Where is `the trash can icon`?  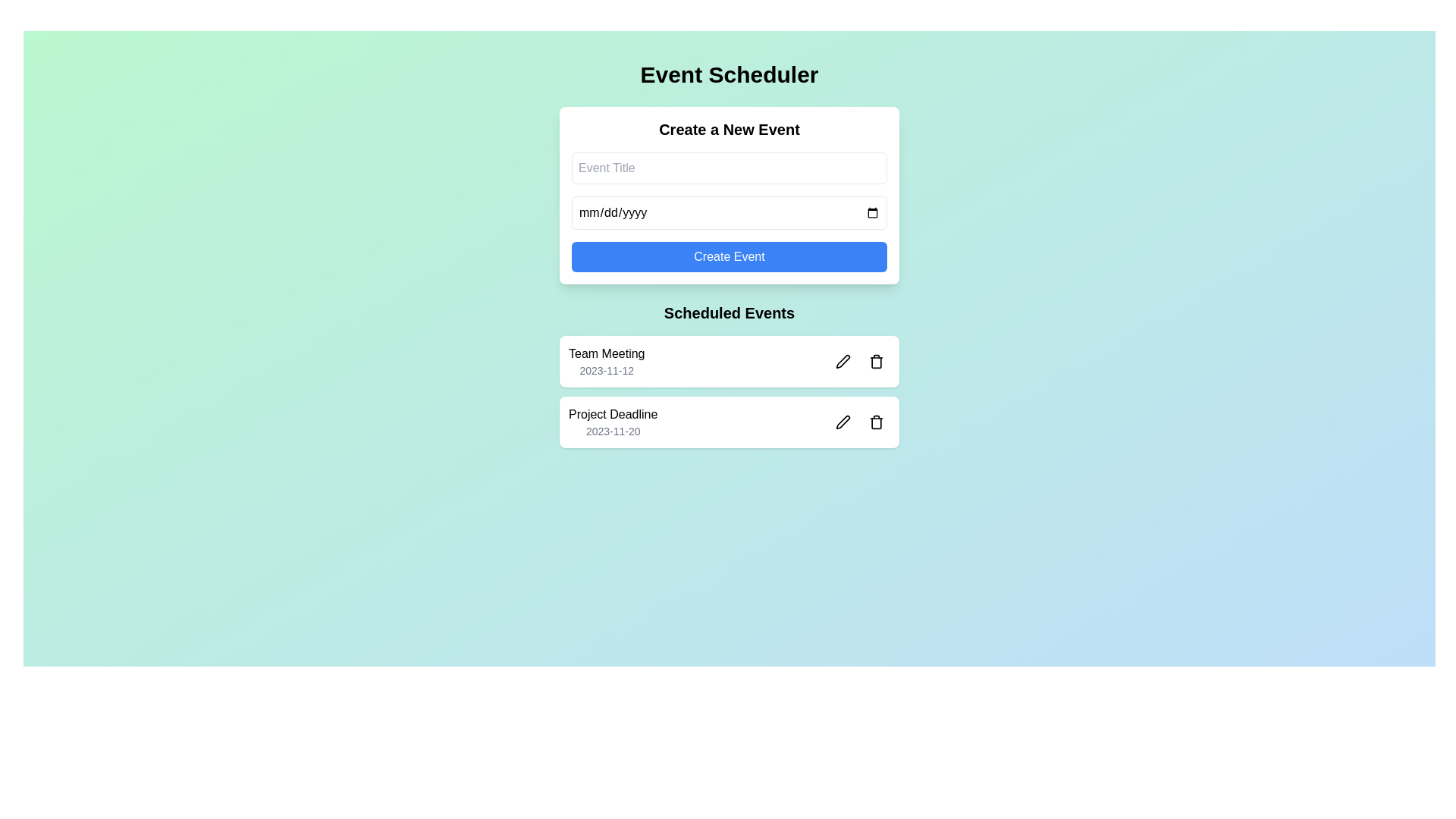
the trash can icon is located at coordinates (877, 422).